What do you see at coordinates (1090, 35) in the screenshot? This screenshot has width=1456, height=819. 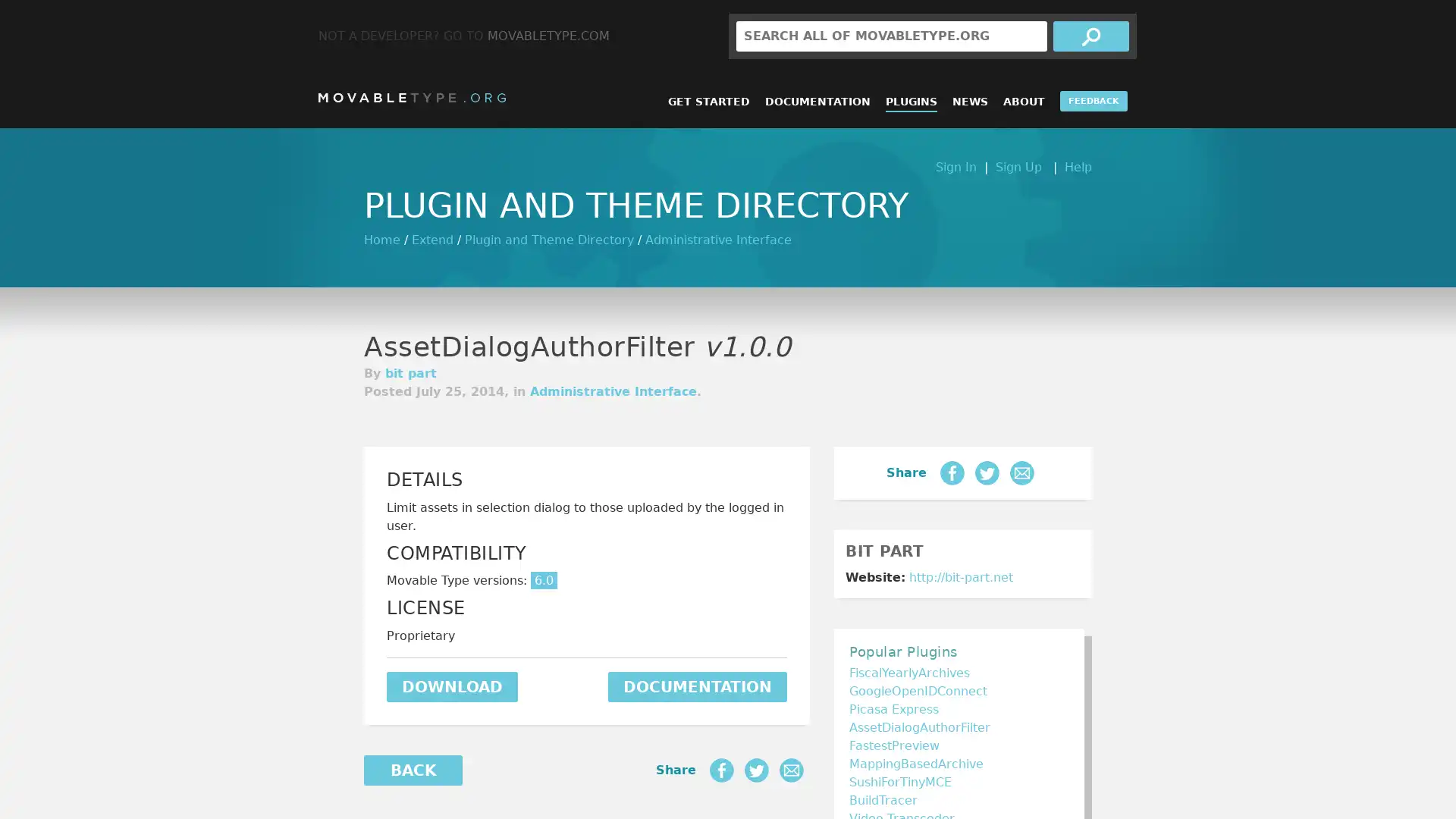 I see `search` at bounding box center [1090, 35].